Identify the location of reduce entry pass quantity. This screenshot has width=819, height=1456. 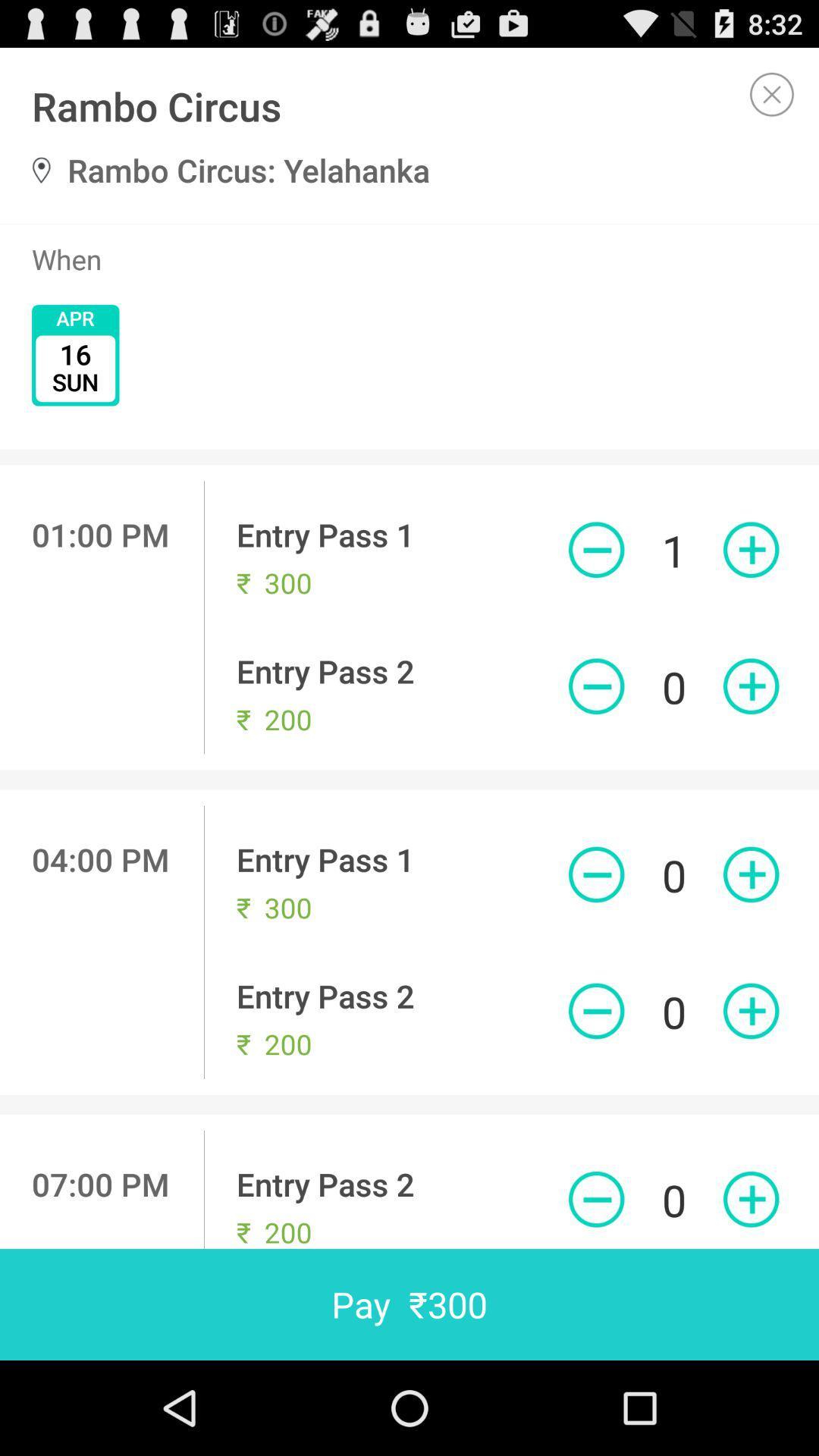
(595, 874).